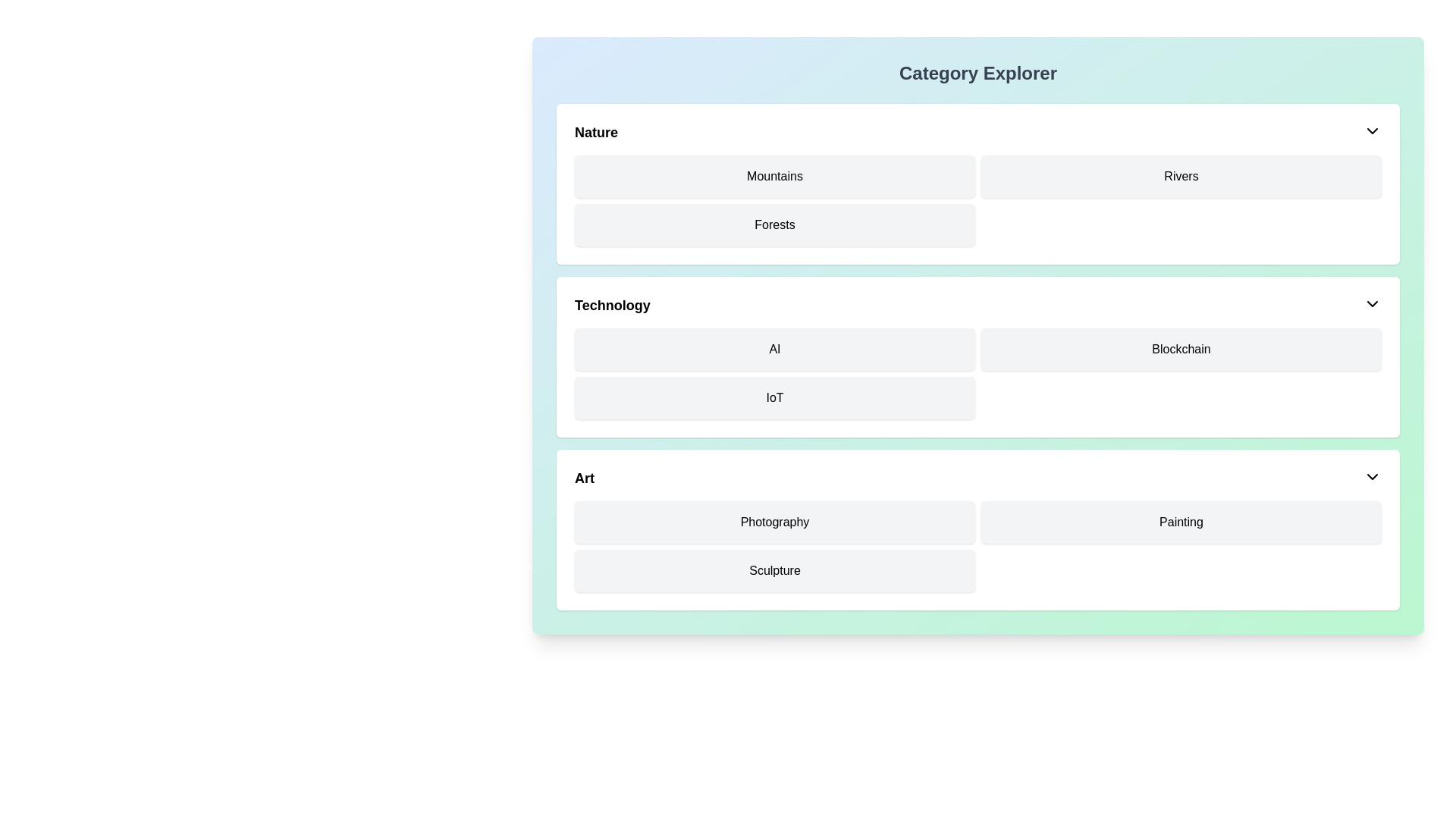 The width and height of the screenshot is (1456, 819). What do you see at coordinates (978, 73) in the screenshot?
I see `the bold heading 'Category Explorer' displayed at the top of the interface with a gradient background` at bounding box center [978, 73].